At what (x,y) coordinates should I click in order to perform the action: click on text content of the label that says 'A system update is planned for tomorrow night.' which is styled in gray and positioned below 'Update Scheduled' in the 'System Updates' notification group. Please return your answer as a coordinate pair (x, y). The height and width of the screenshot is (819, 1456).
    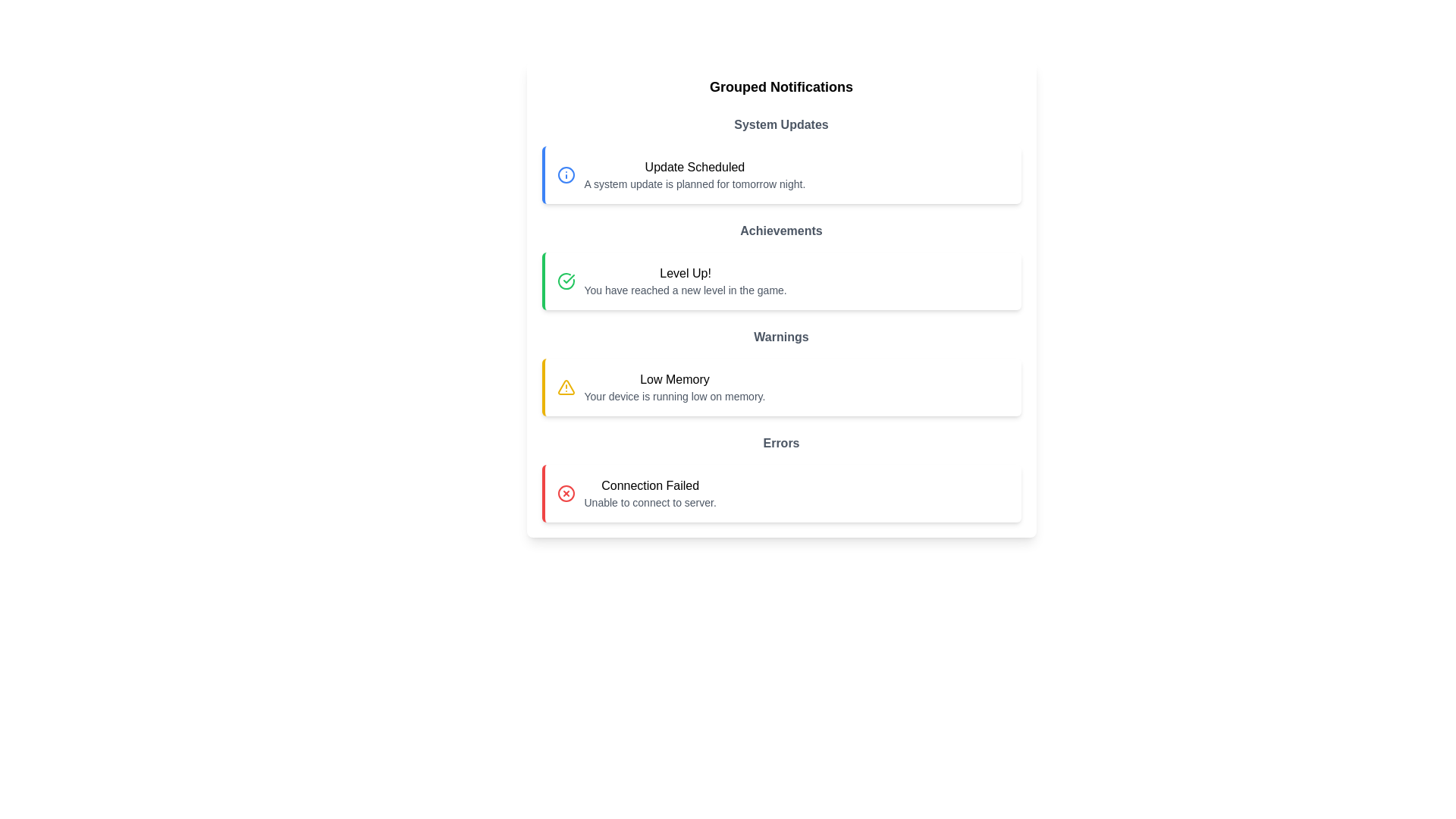
    Looking at the image, I should click on (694, 184).